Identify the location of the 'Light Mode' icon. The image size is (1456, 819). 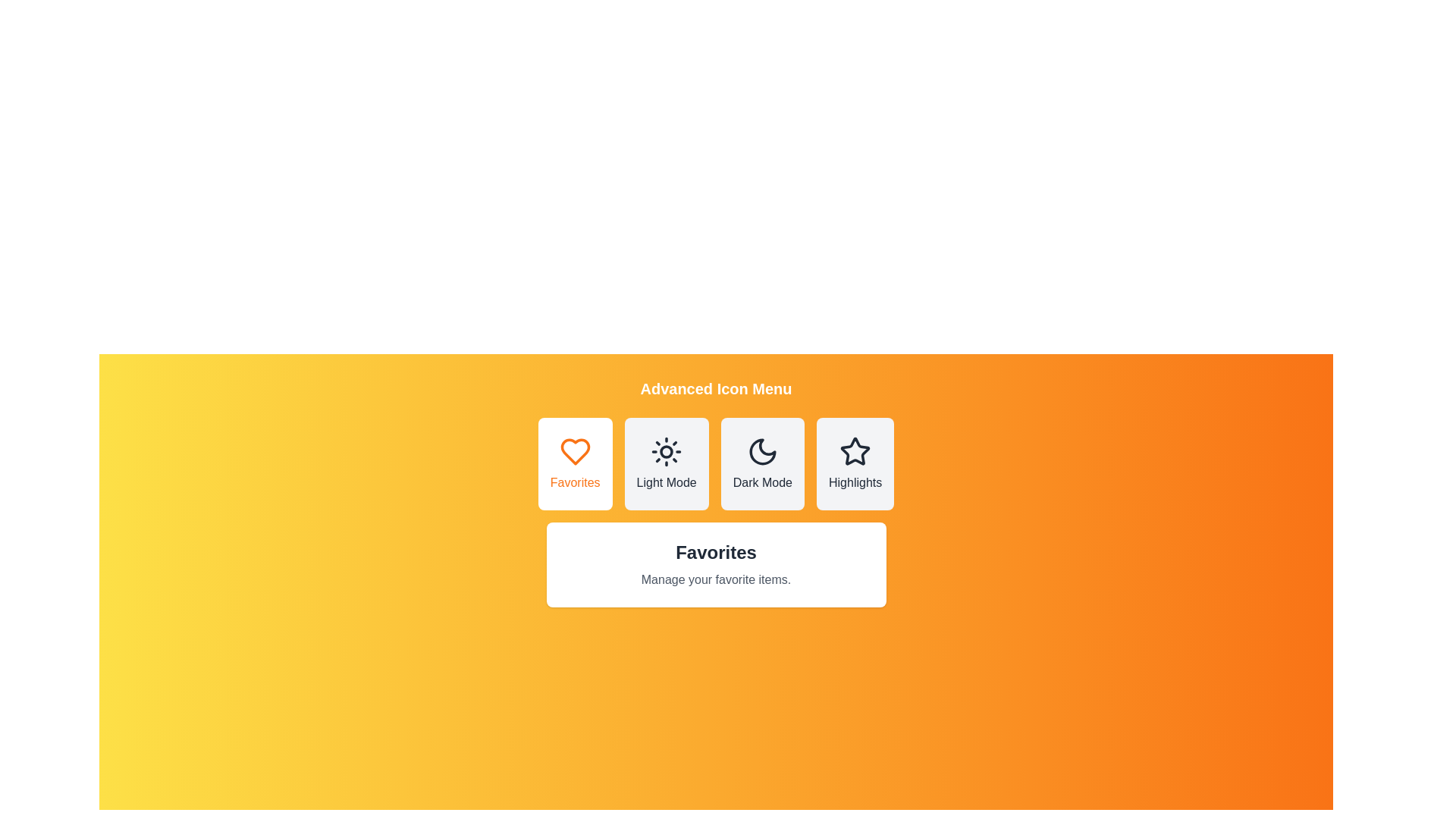
(667, 451).